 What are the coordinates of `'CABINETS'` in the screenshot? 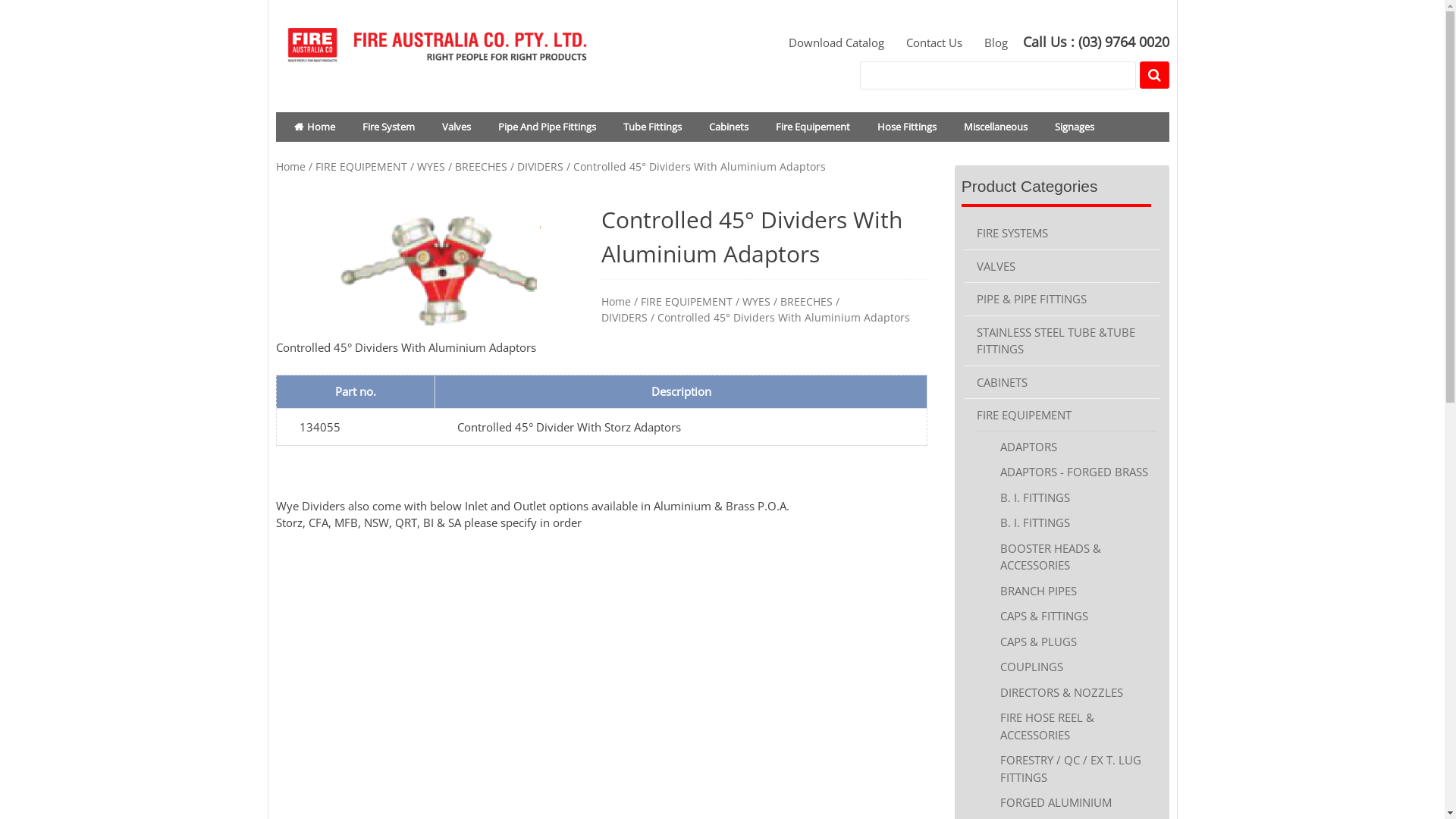 It's located at (1002, 381).